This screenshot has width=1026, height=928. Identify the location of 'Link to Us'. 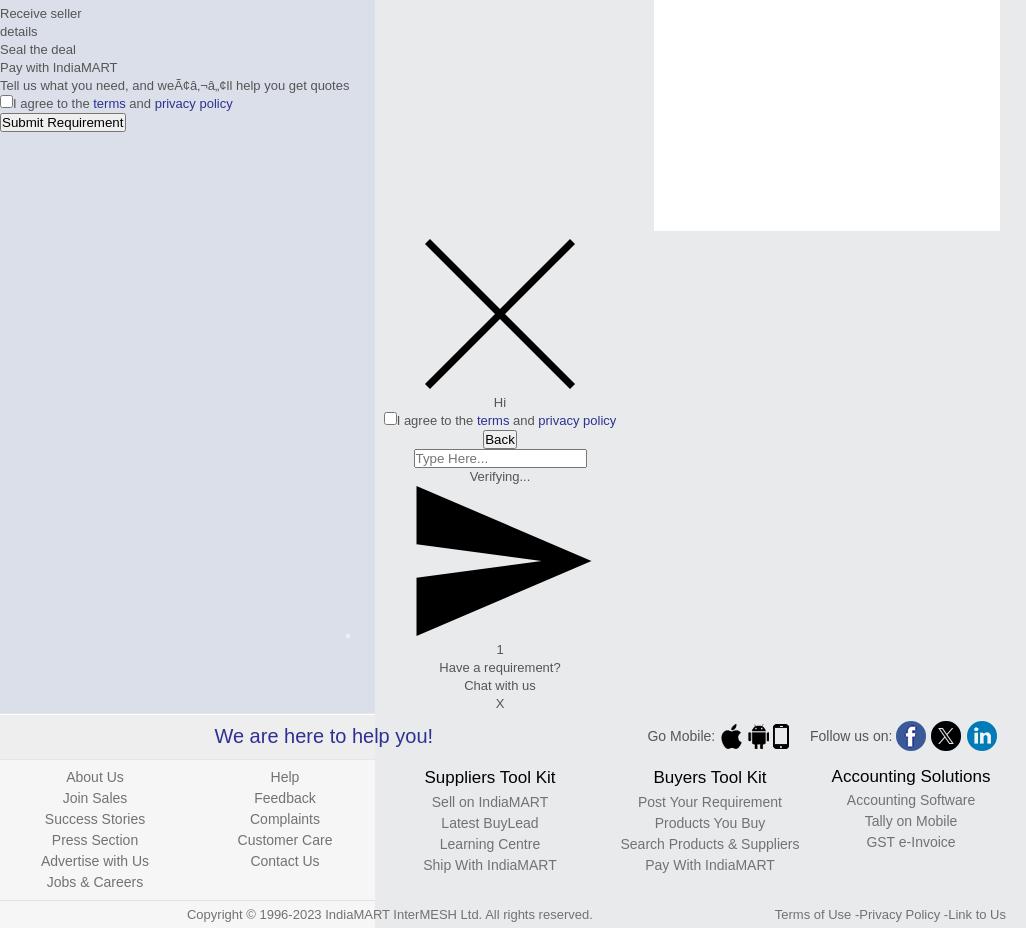
(975, 914).